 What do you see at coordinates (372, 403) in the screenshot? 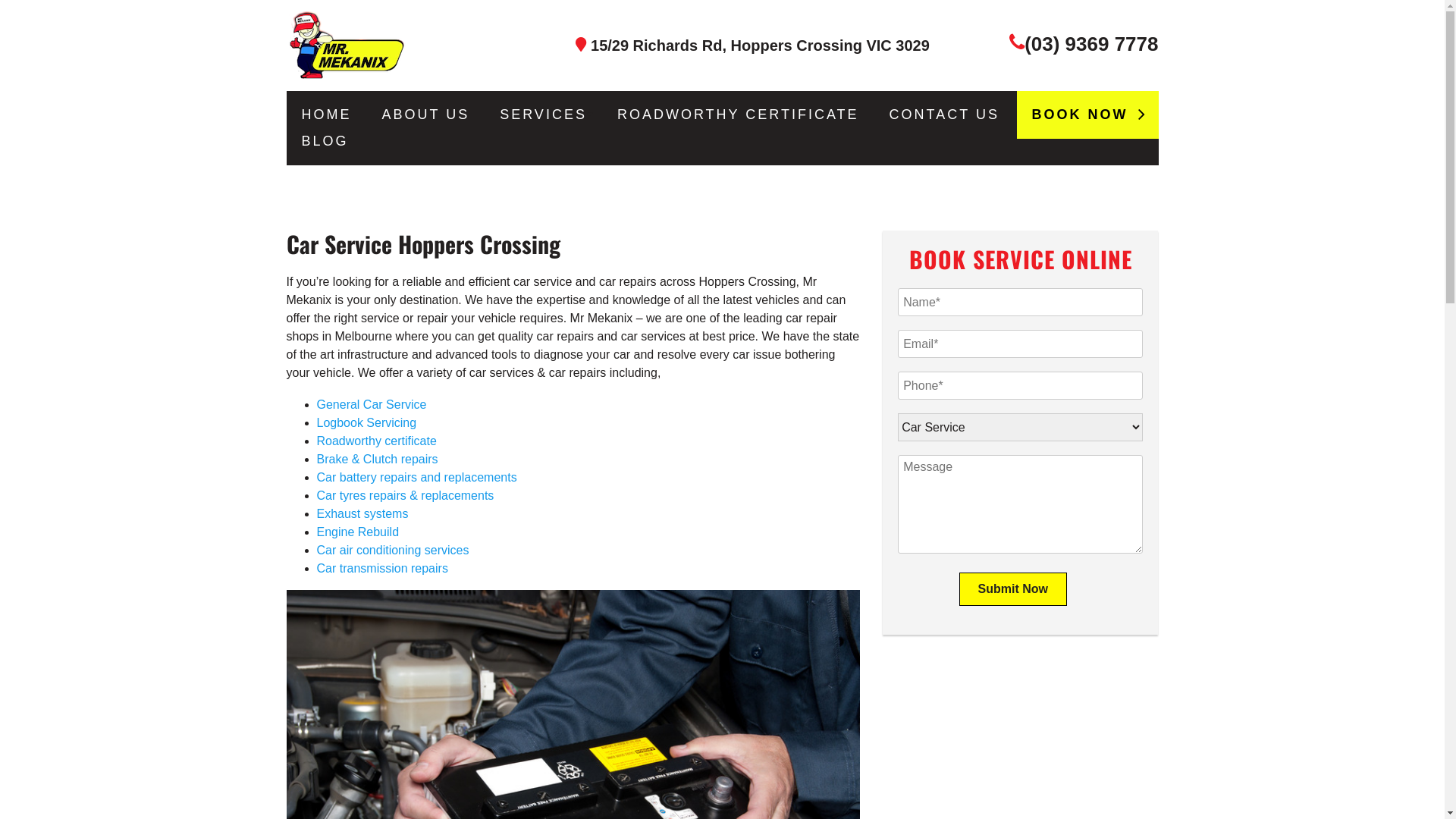
I see `'General Car Service'` at bounding box center [372, 403].